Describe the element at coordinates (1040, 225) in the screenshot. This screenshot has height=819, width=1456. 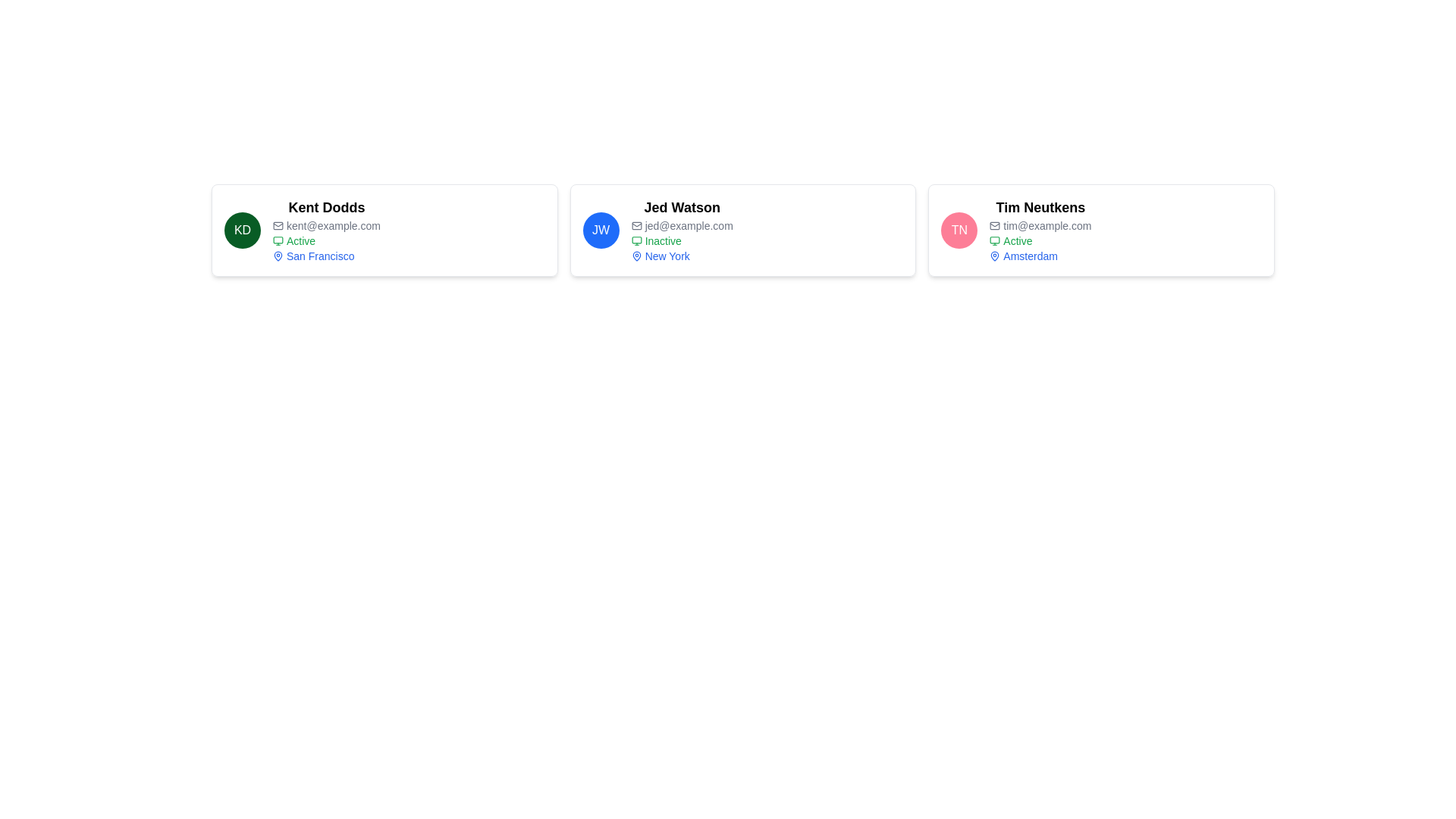
I see `the text display element showing the email address 'tim@example.com'` at that location.